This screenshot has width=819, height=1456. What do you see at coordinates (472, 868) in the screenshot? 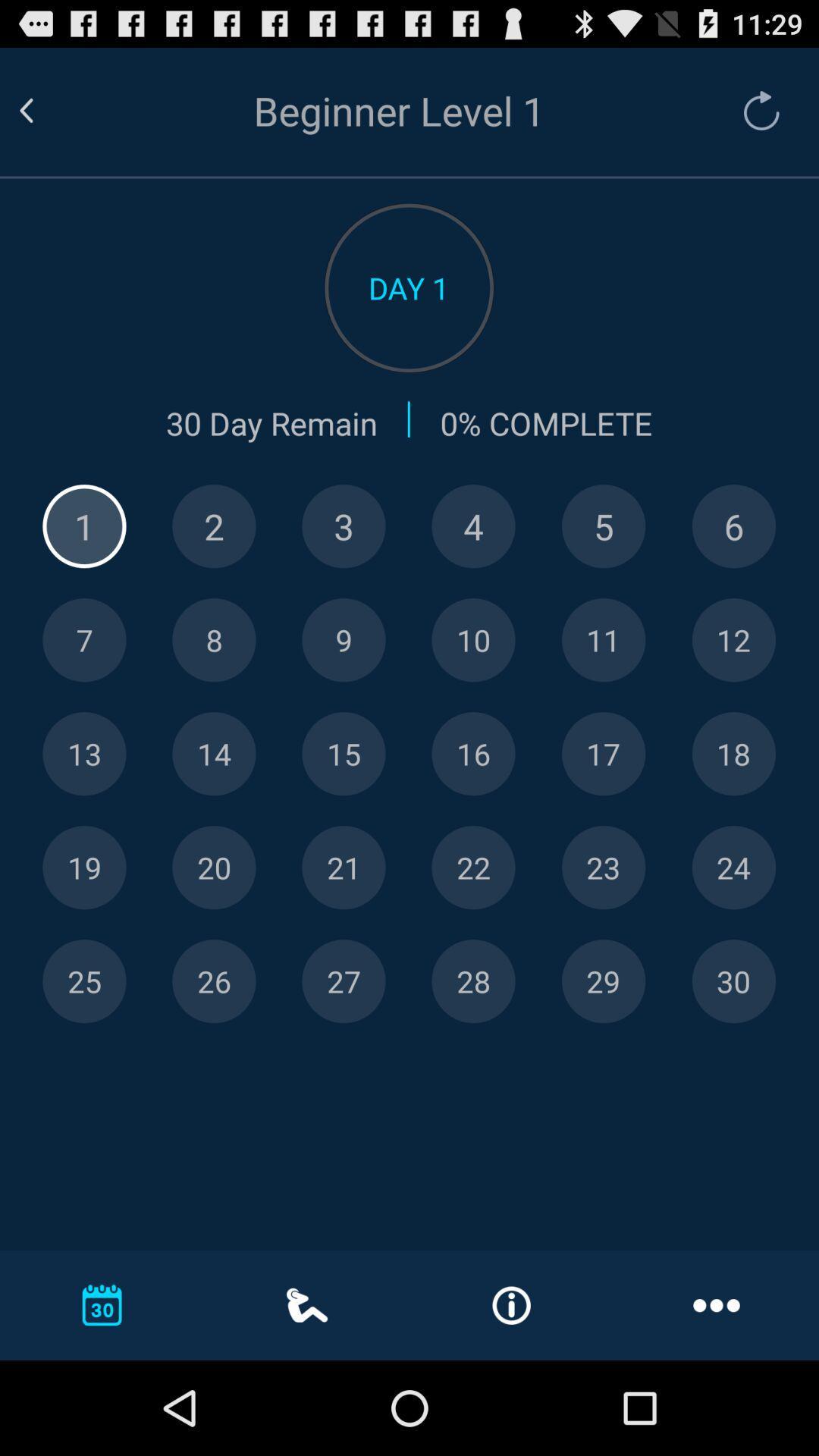
I see `day 22` at bounding box center [472, 868].